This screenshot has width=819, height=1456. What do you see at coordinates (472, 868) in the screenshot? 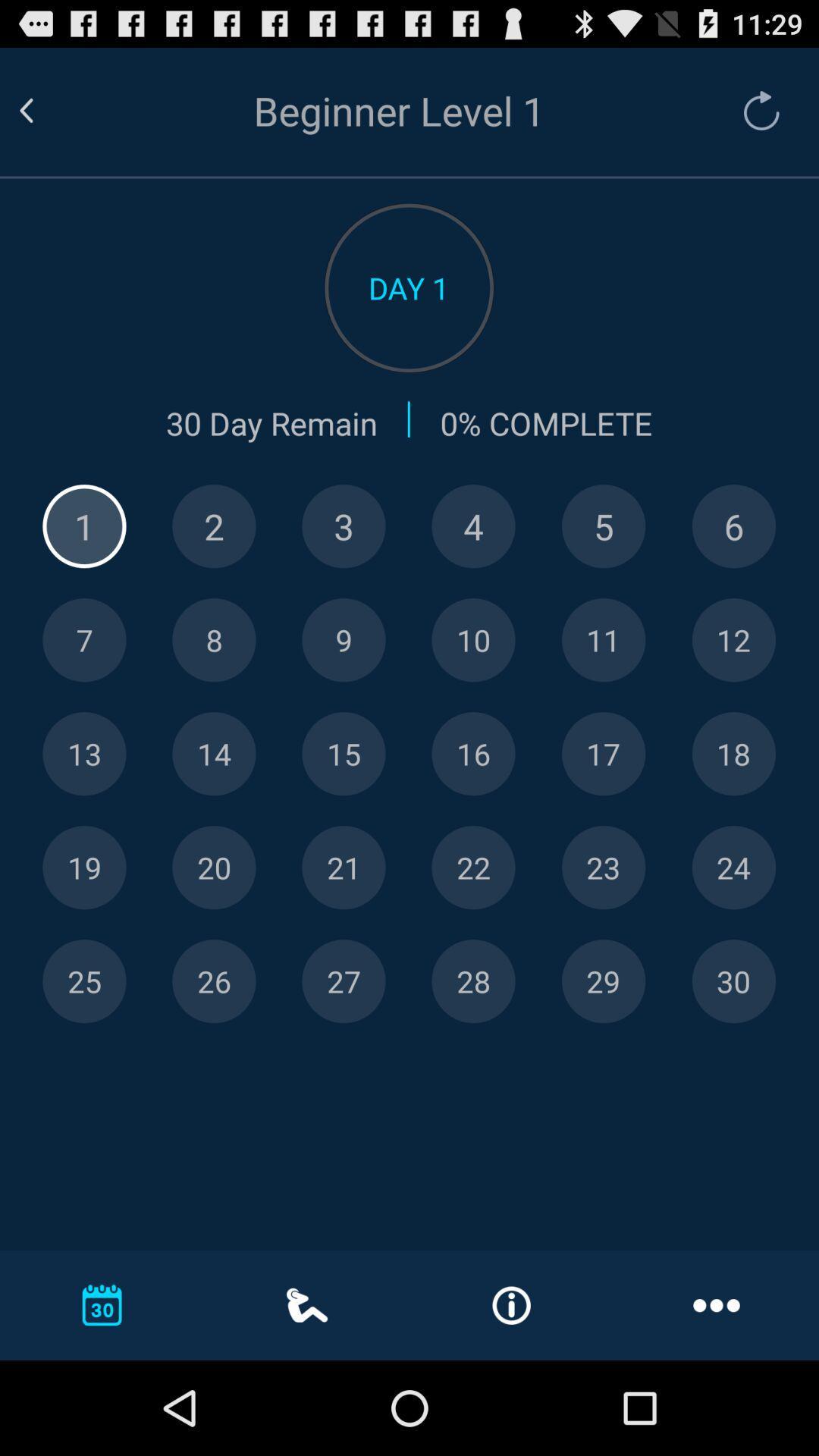
I see `day 22` at bounding box center [472, 868].